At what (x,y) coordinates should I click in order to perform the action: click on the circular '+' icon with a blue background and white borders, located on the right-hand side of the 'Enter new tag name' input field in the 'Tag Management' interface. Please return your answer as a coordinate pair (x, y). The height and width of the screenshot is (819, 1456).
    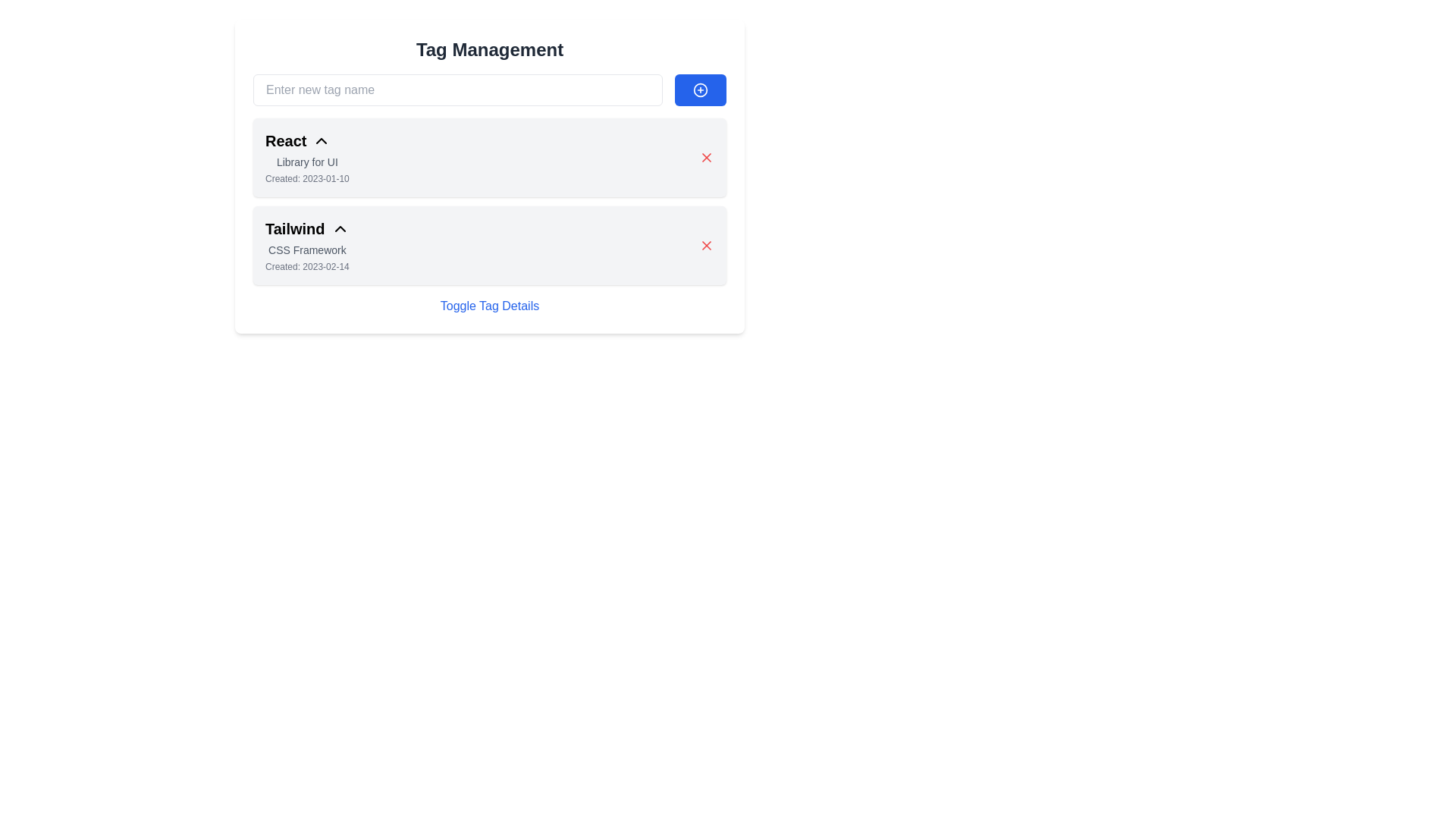
    Looking at the image, I should click on (700, 90).